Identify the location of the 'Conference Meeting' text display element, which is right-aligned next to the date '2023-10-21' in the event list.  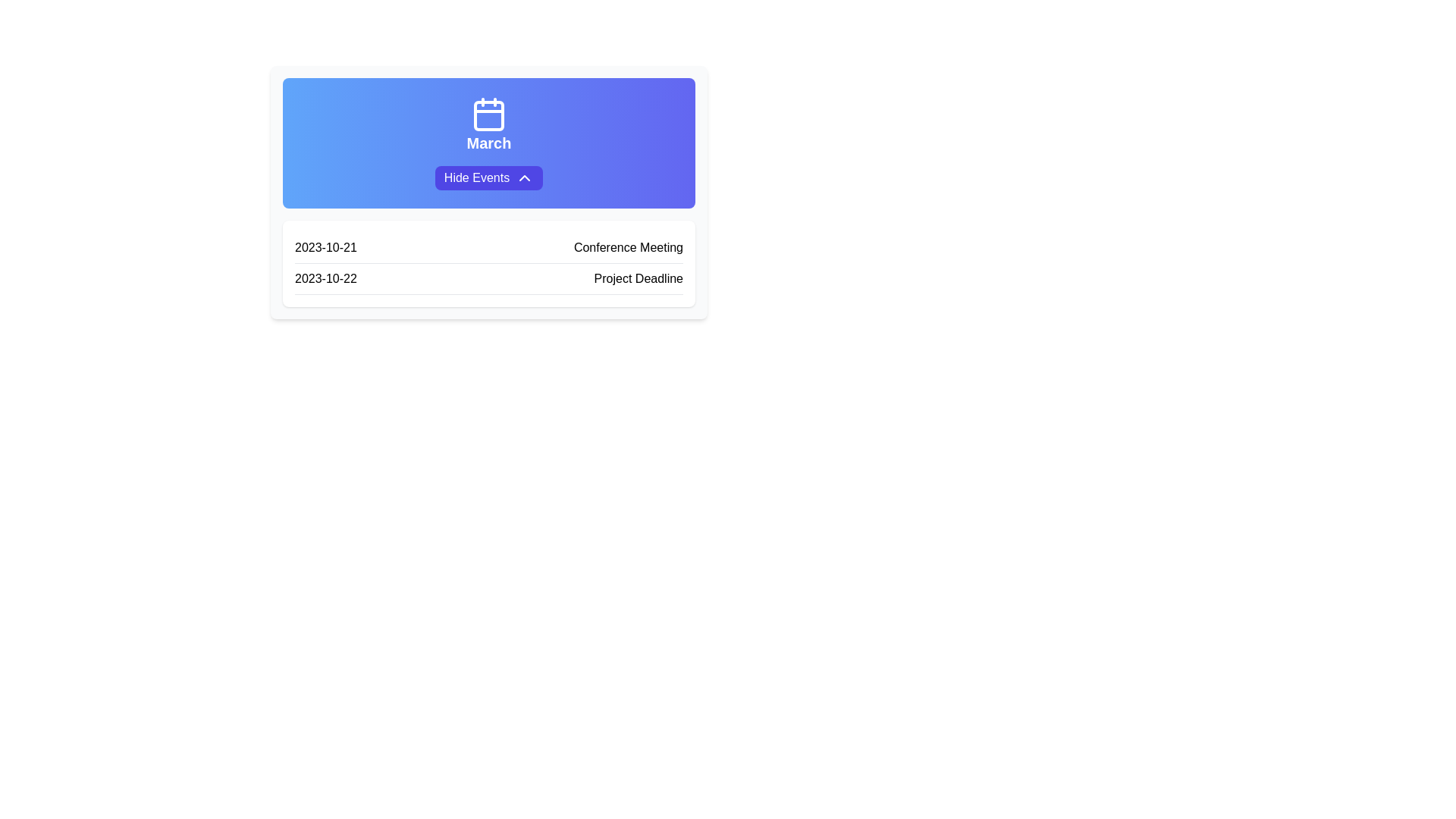
(628, 247).